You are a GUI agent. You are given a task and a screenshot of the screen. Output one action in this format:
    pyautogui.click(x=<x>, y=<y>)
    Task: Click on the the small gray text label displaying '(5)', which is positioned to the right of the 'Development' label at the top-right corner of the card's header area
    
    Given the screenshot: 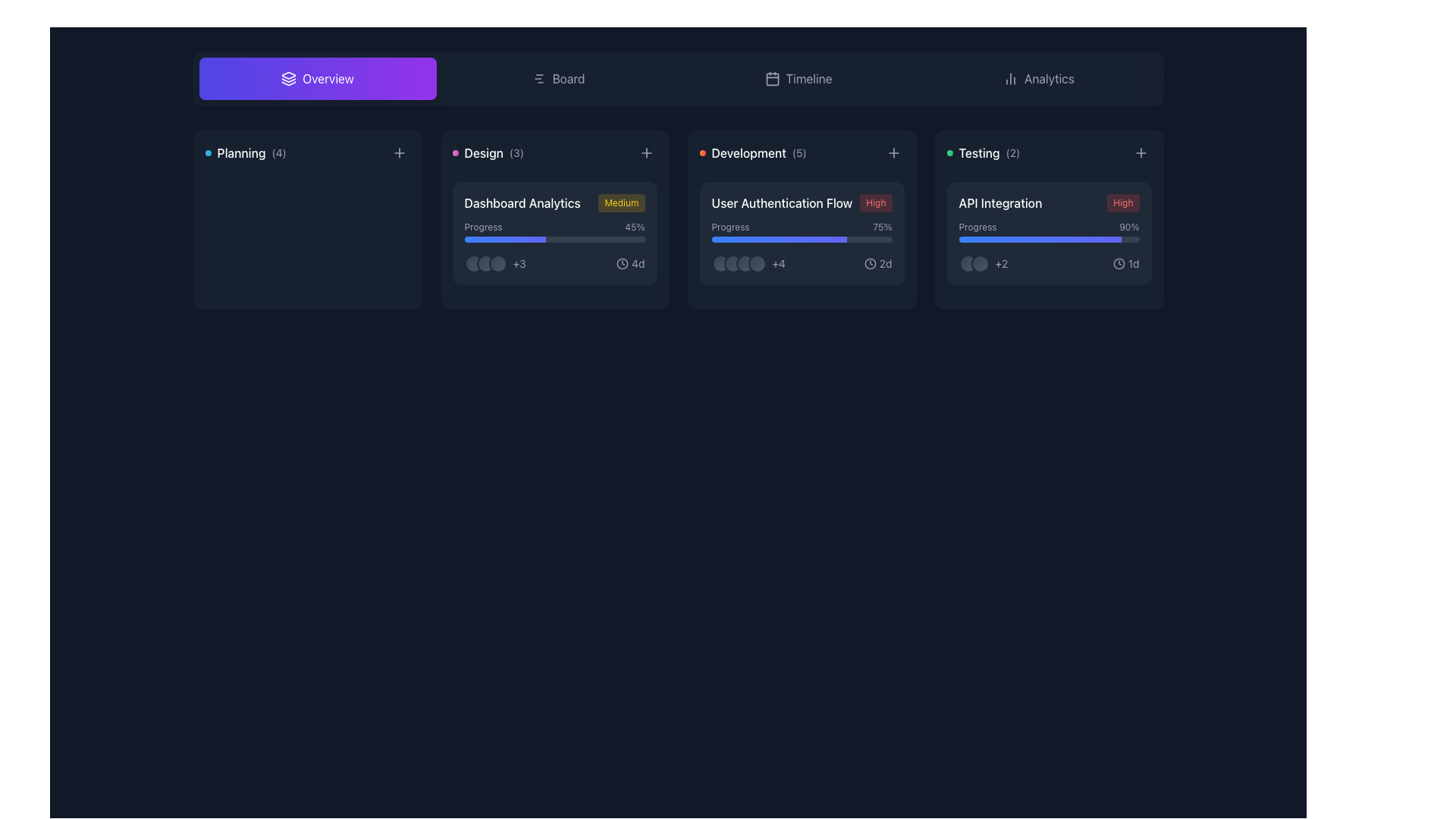 What is the action you would take?
    pyautogui.click(x=799, y=152)
    